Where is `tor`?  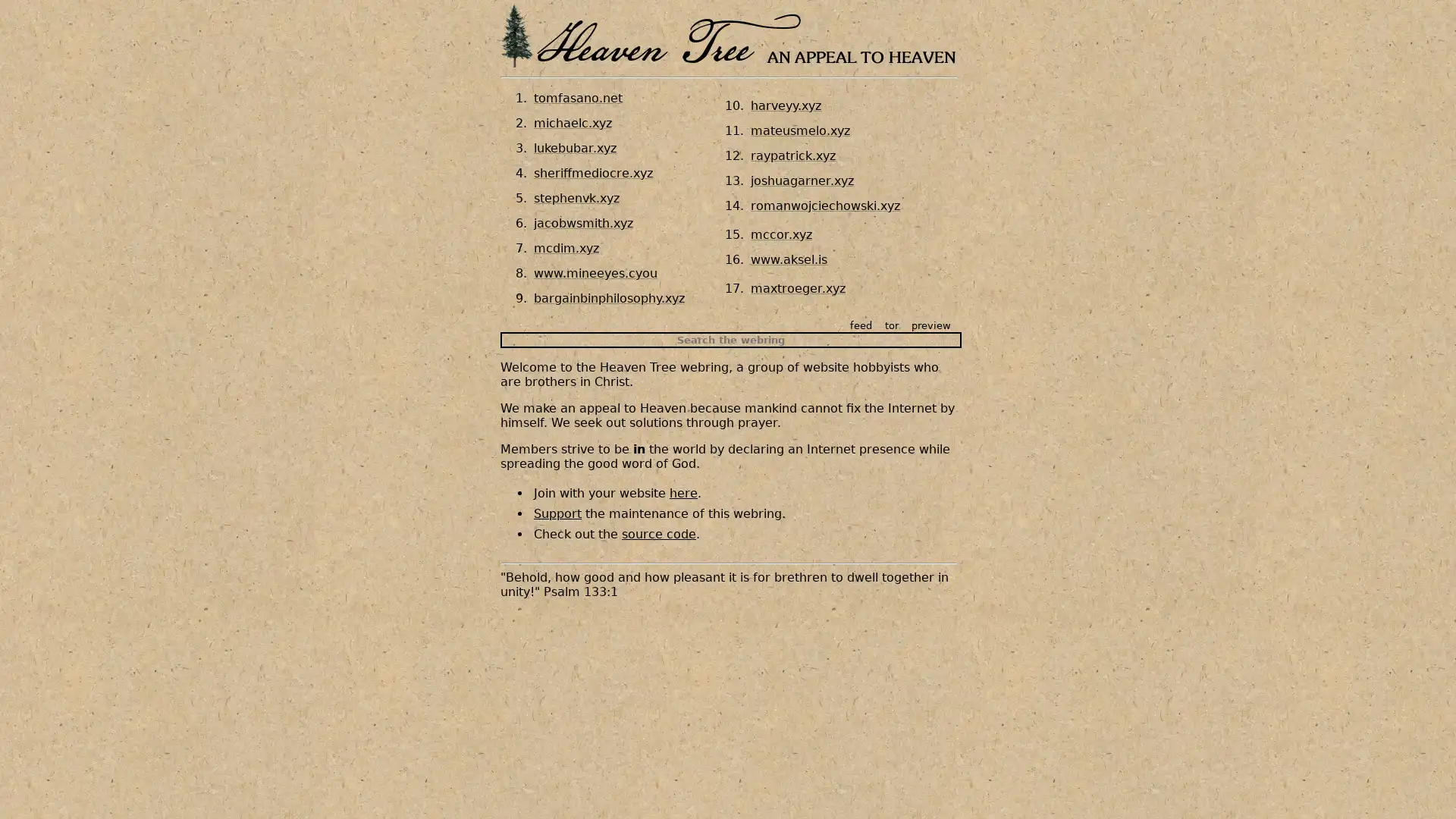 tor is located at coordinates (892, 325).